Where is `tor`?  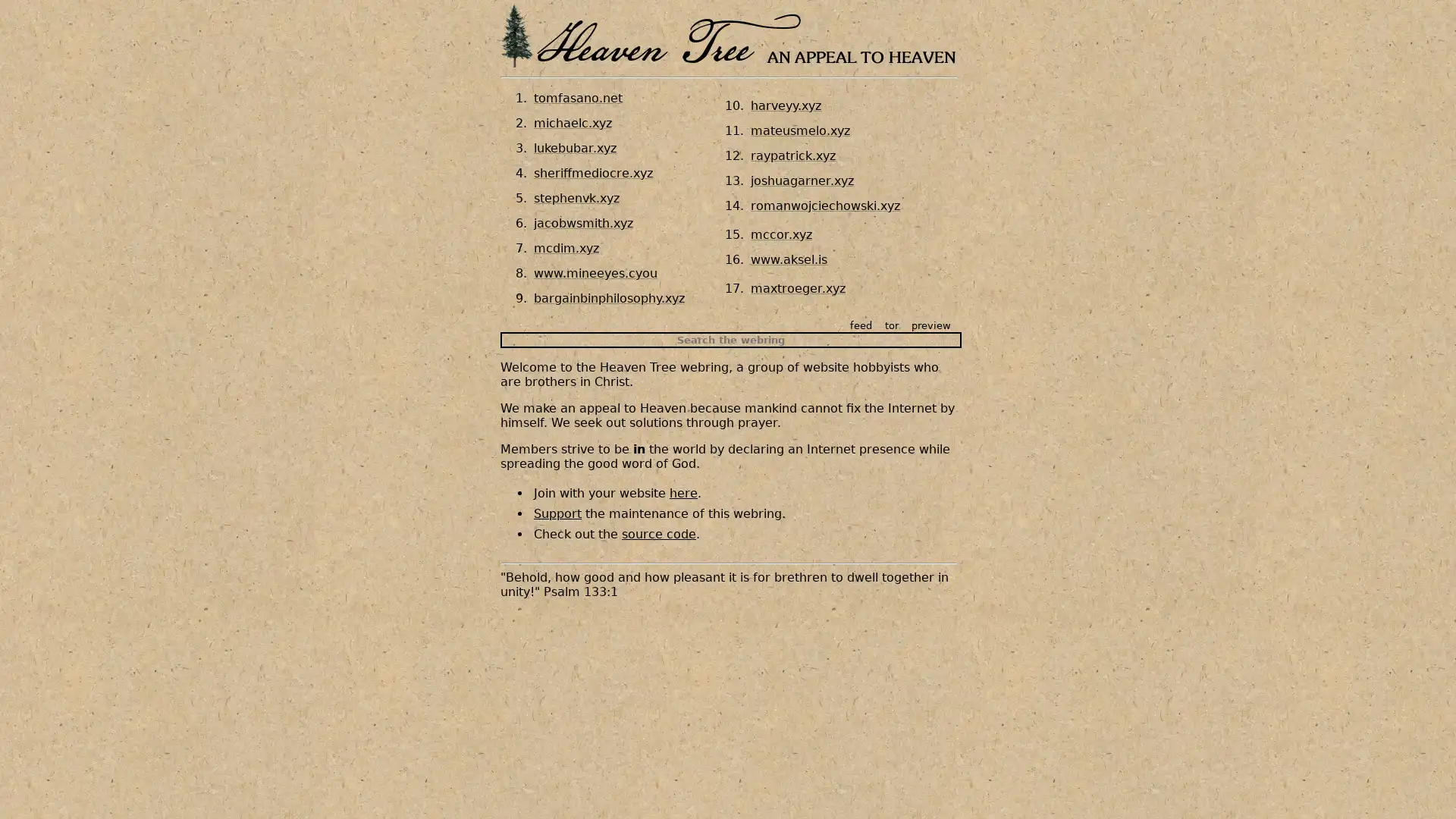 tor is located at coordinates (892, 325).